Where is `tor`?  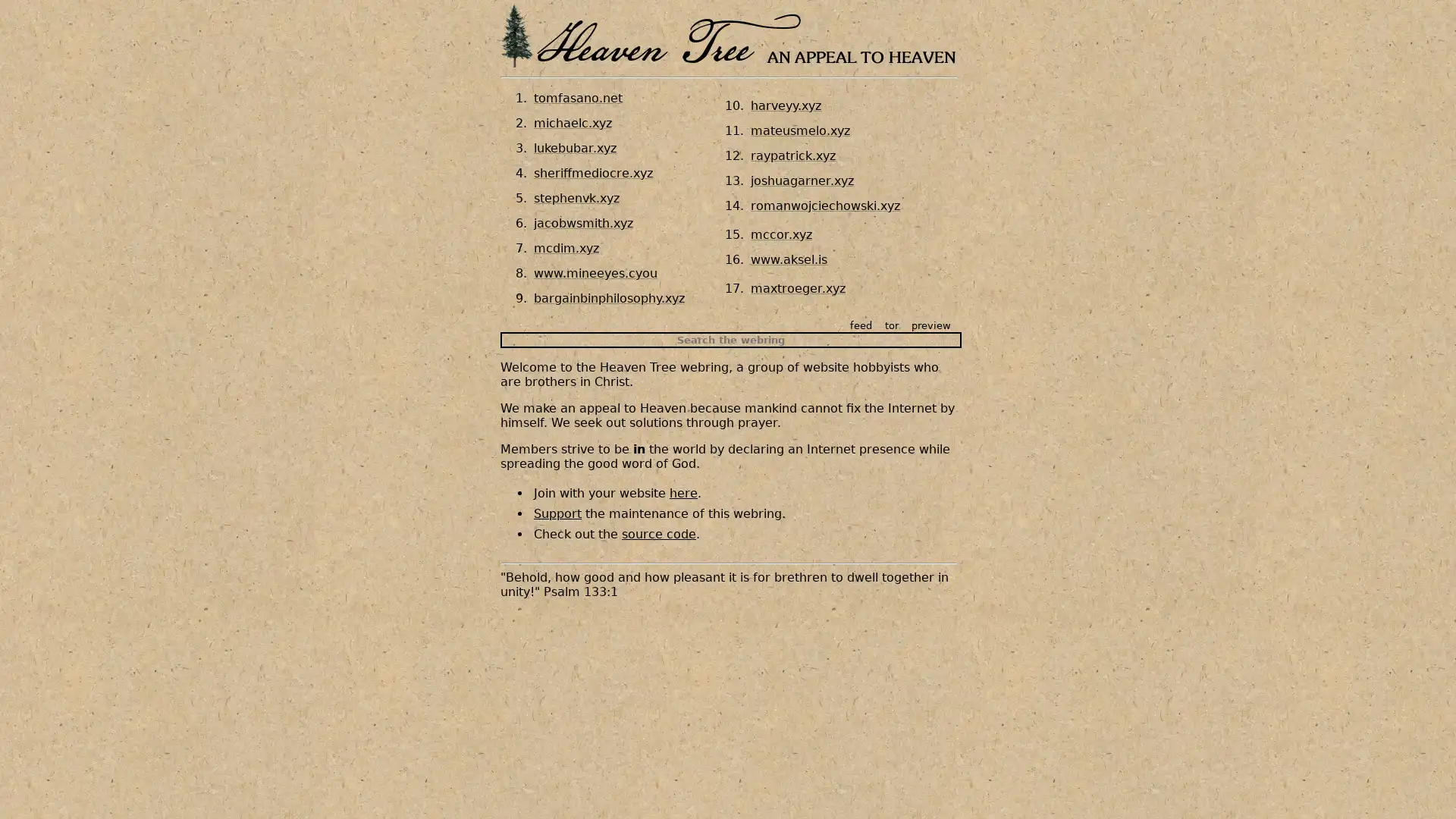 tor is located at coordinates (892, 325).